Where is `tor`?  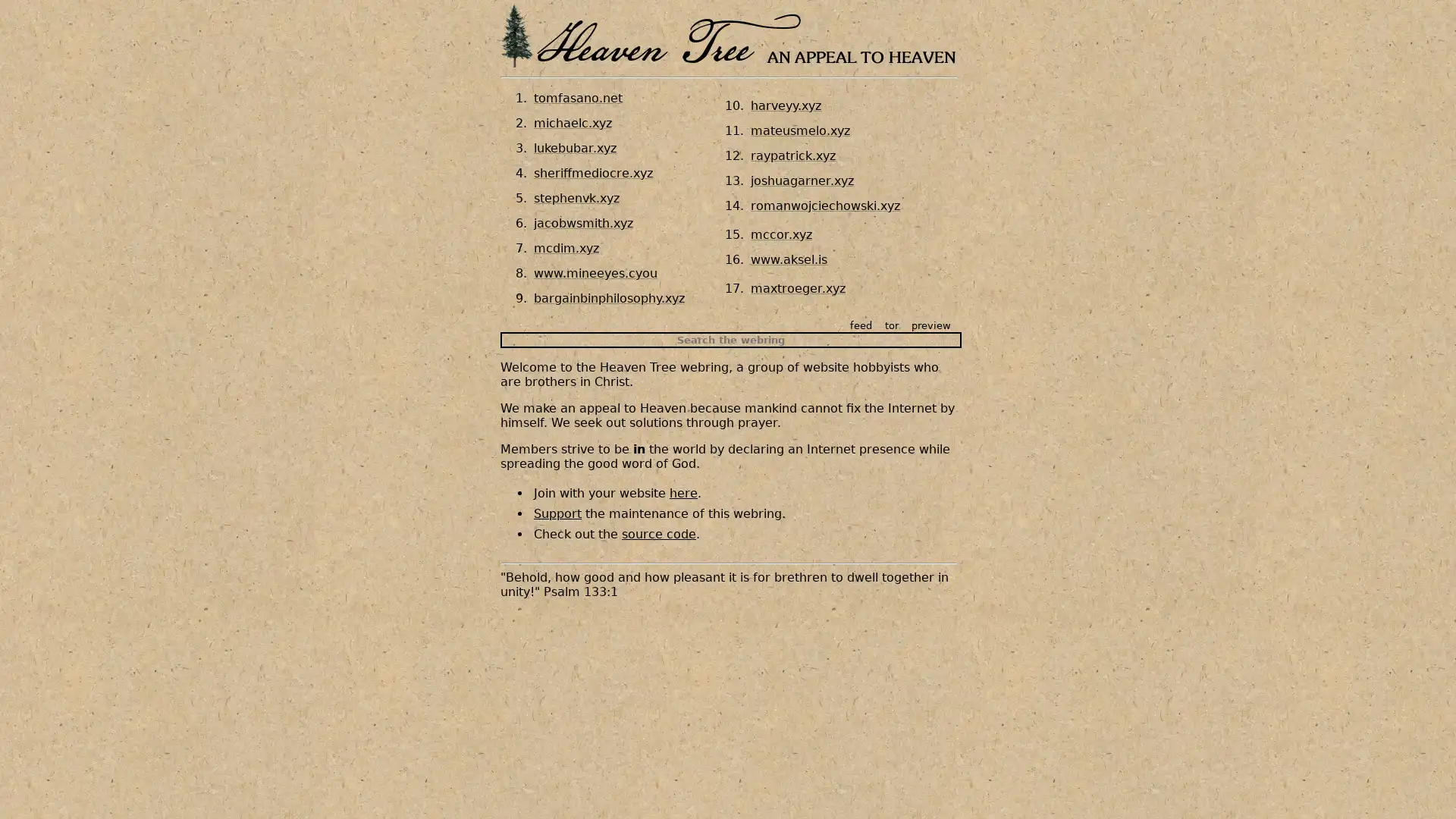 tor is located at coordinates (892, 325).